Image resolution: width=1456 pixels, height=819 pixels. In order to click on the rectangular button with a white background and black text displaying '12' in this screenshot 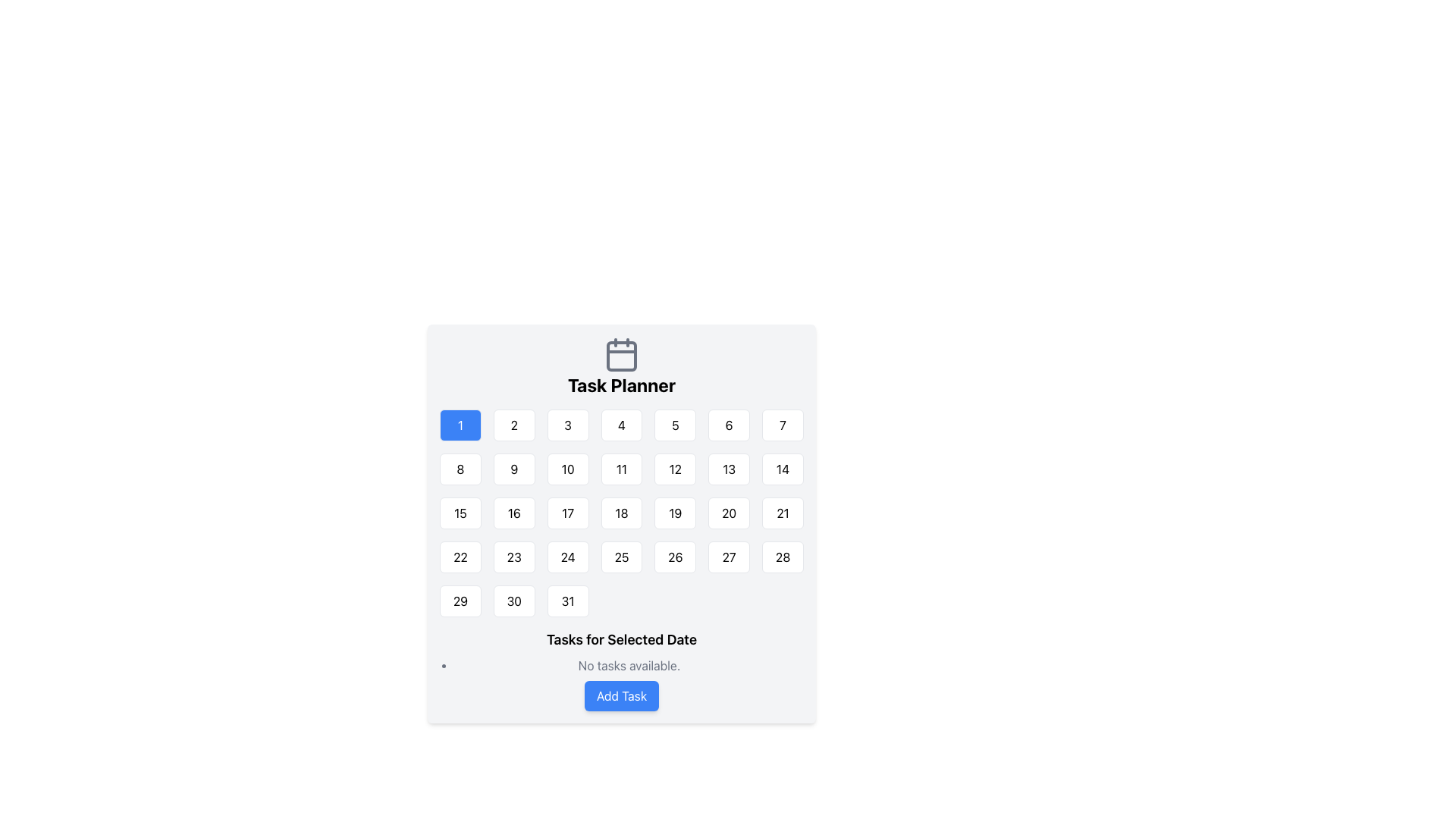, I will do `click(674, 468)`.